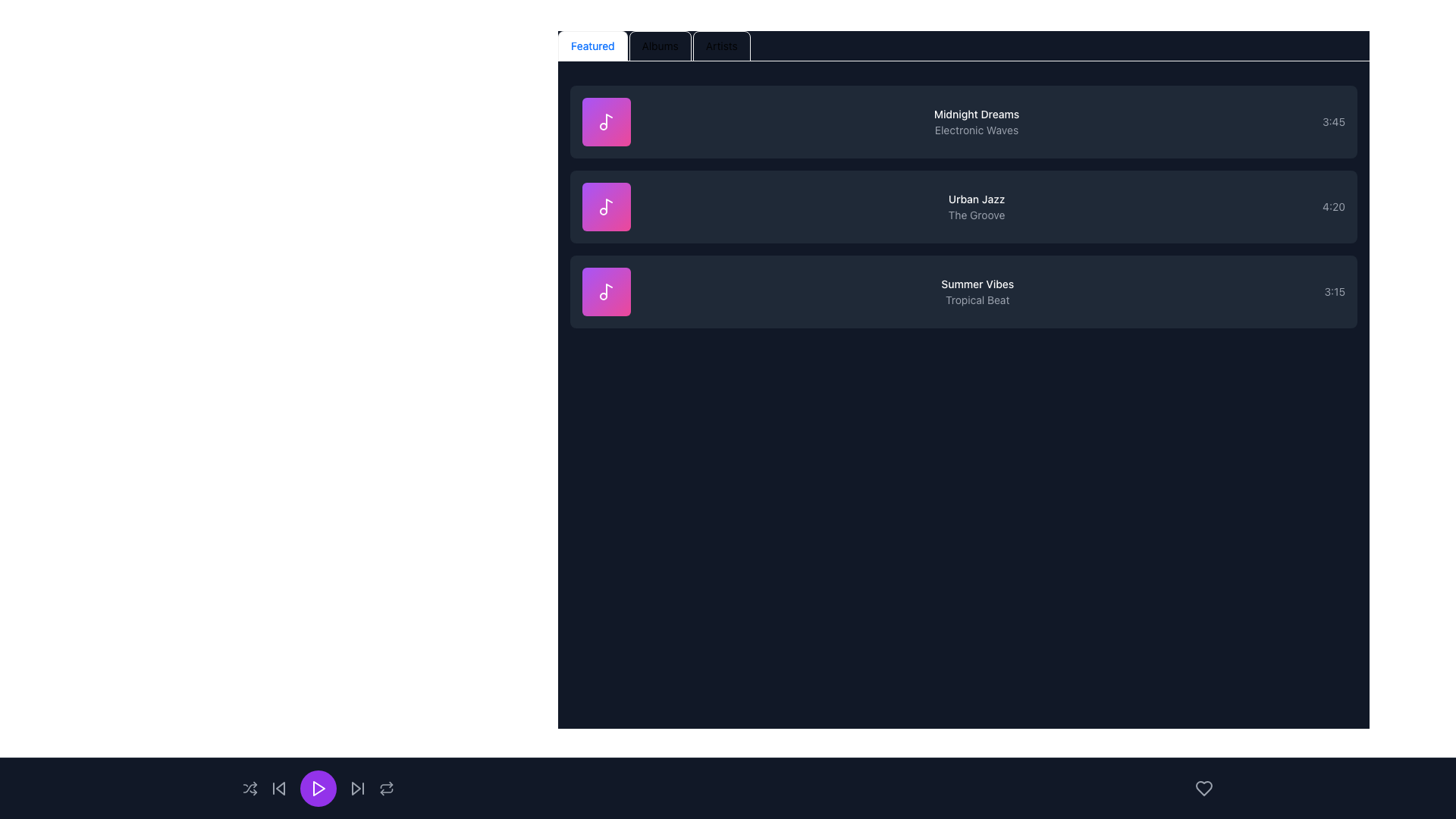  Describe the element at coordinates (250, 788) in the screenshot. I see `the shuffle icon, which is represented by crossing arrows and located in the bottom-left section of the interface` at that location.